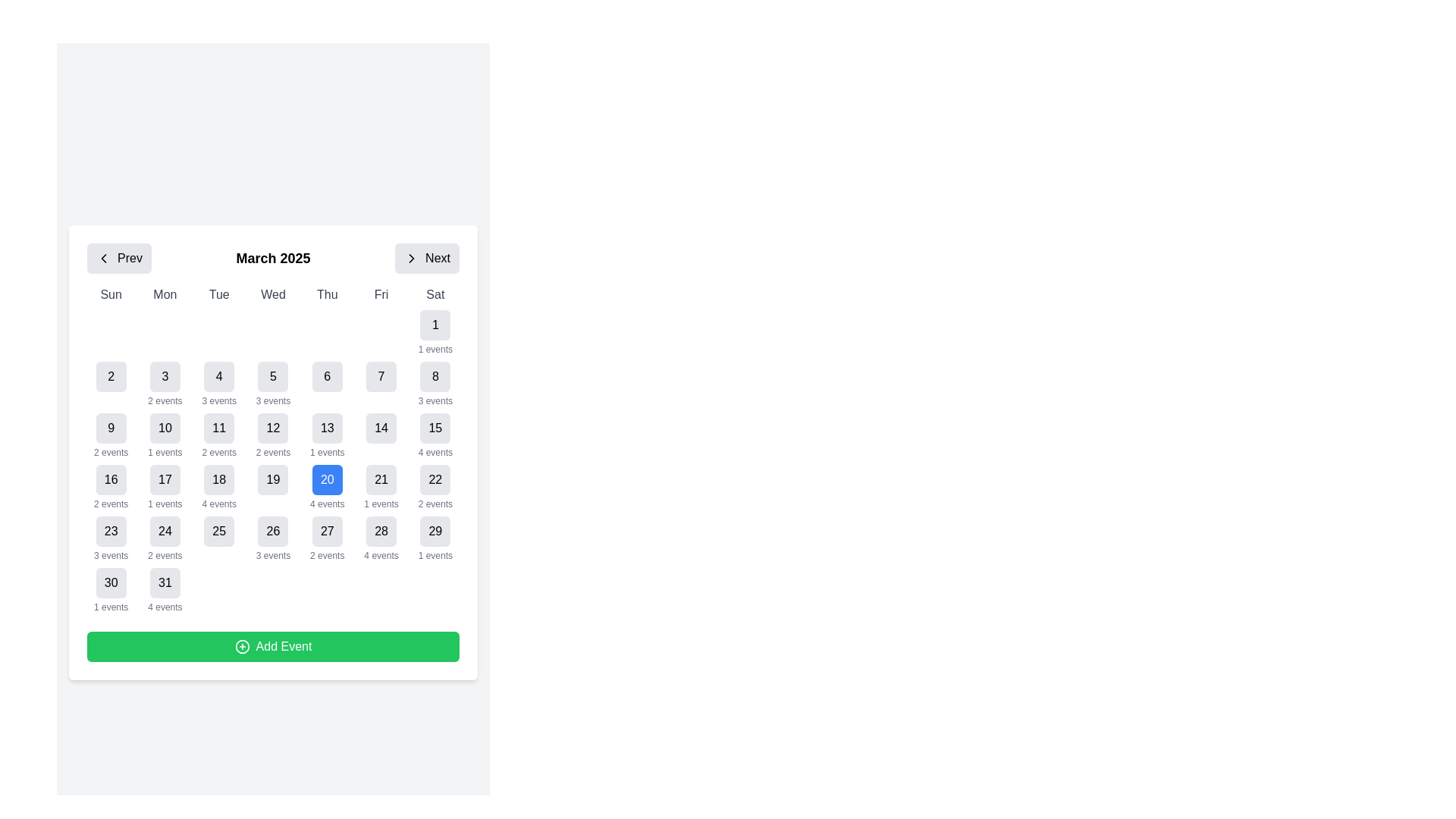 The width and height of the screenshot is (1456, 819). Describe the element at coordinates (435, 324) in the screenshot. I see `the selectable date button representing the day '1'` at that location.